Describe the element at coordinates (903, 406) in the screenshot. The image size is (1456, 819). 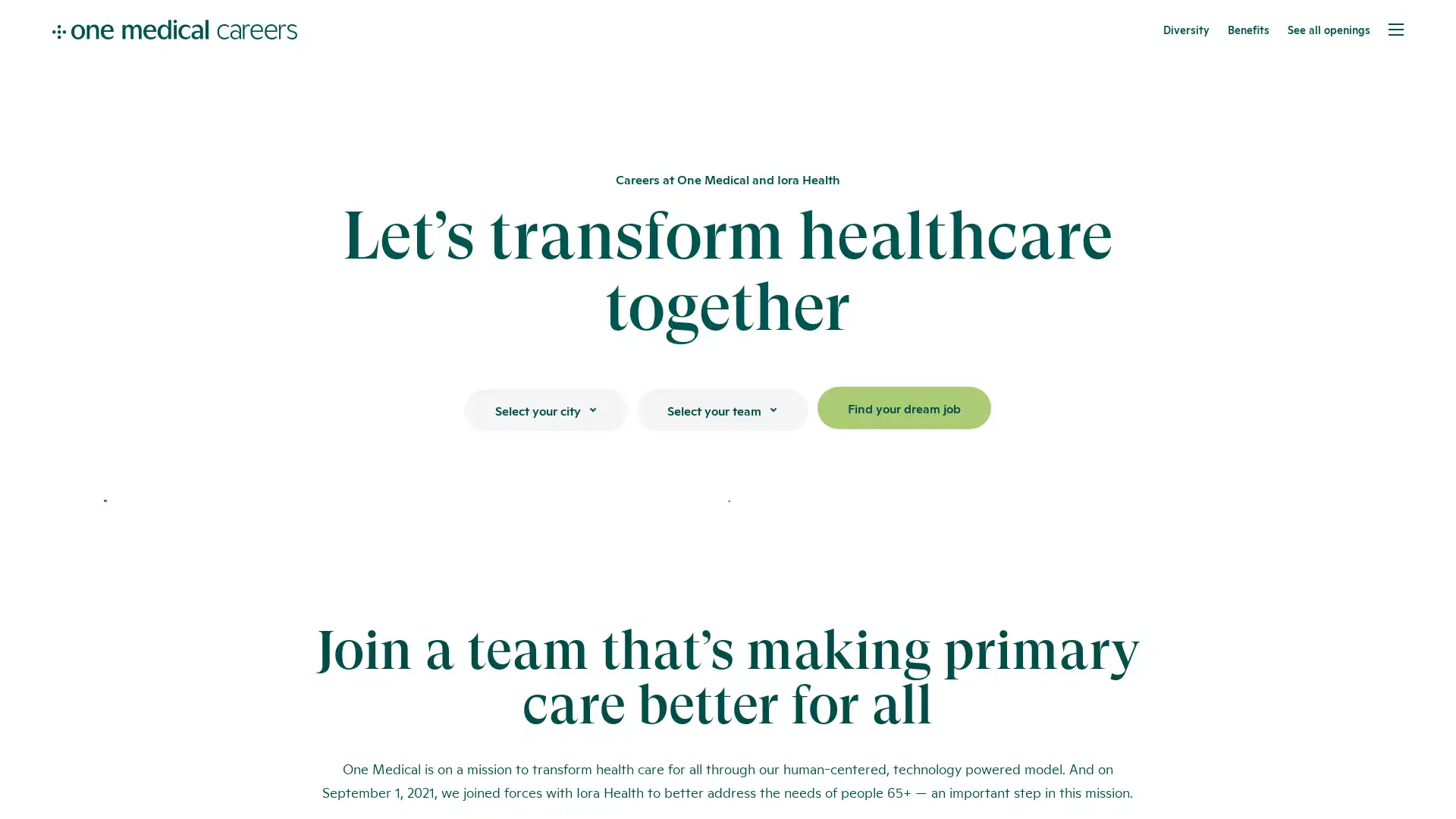
I see `Find your dream job` at that location.